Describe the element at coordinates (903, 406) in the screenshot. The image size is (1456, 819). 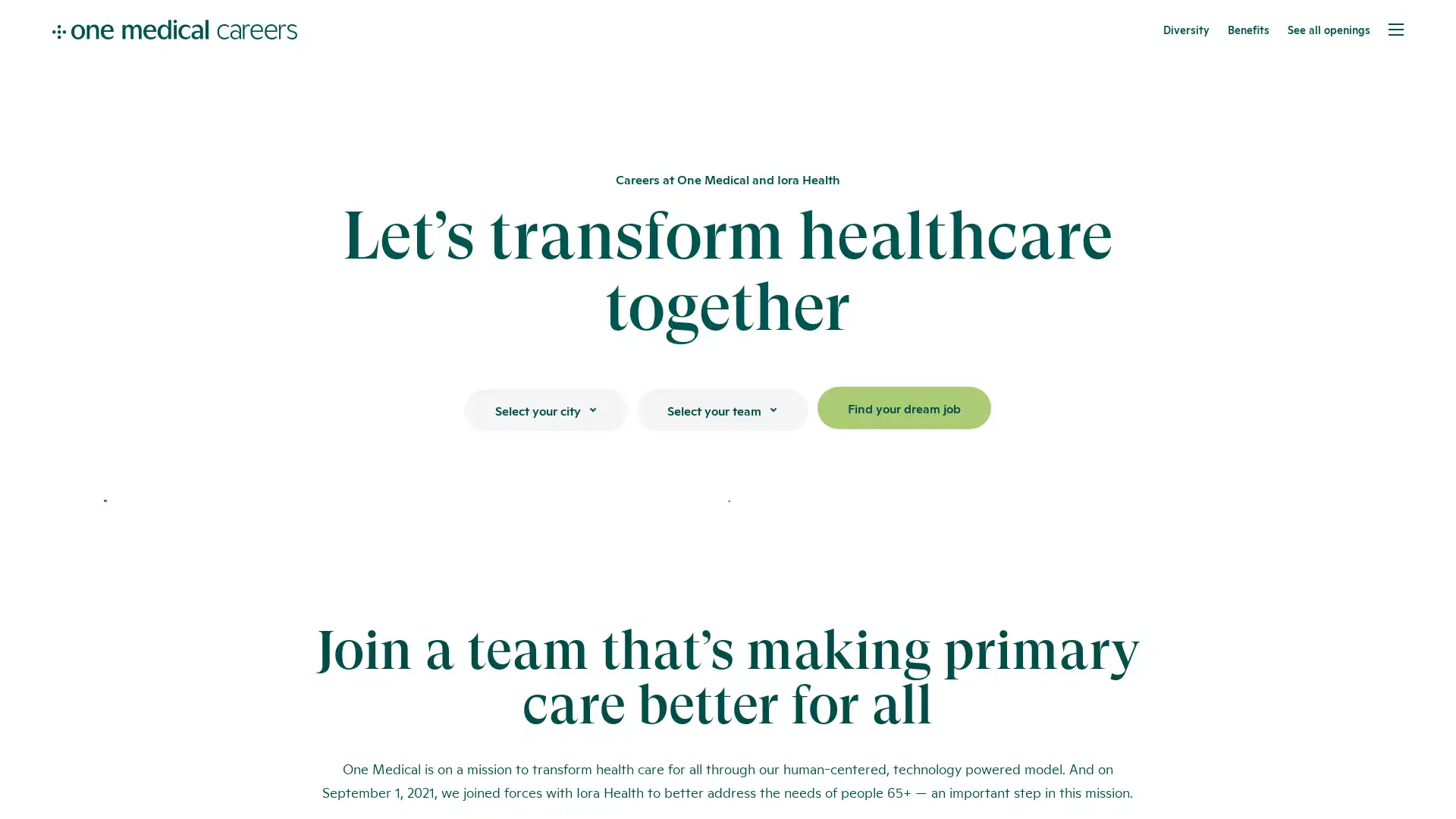
I see `Find your dream job` at that location.